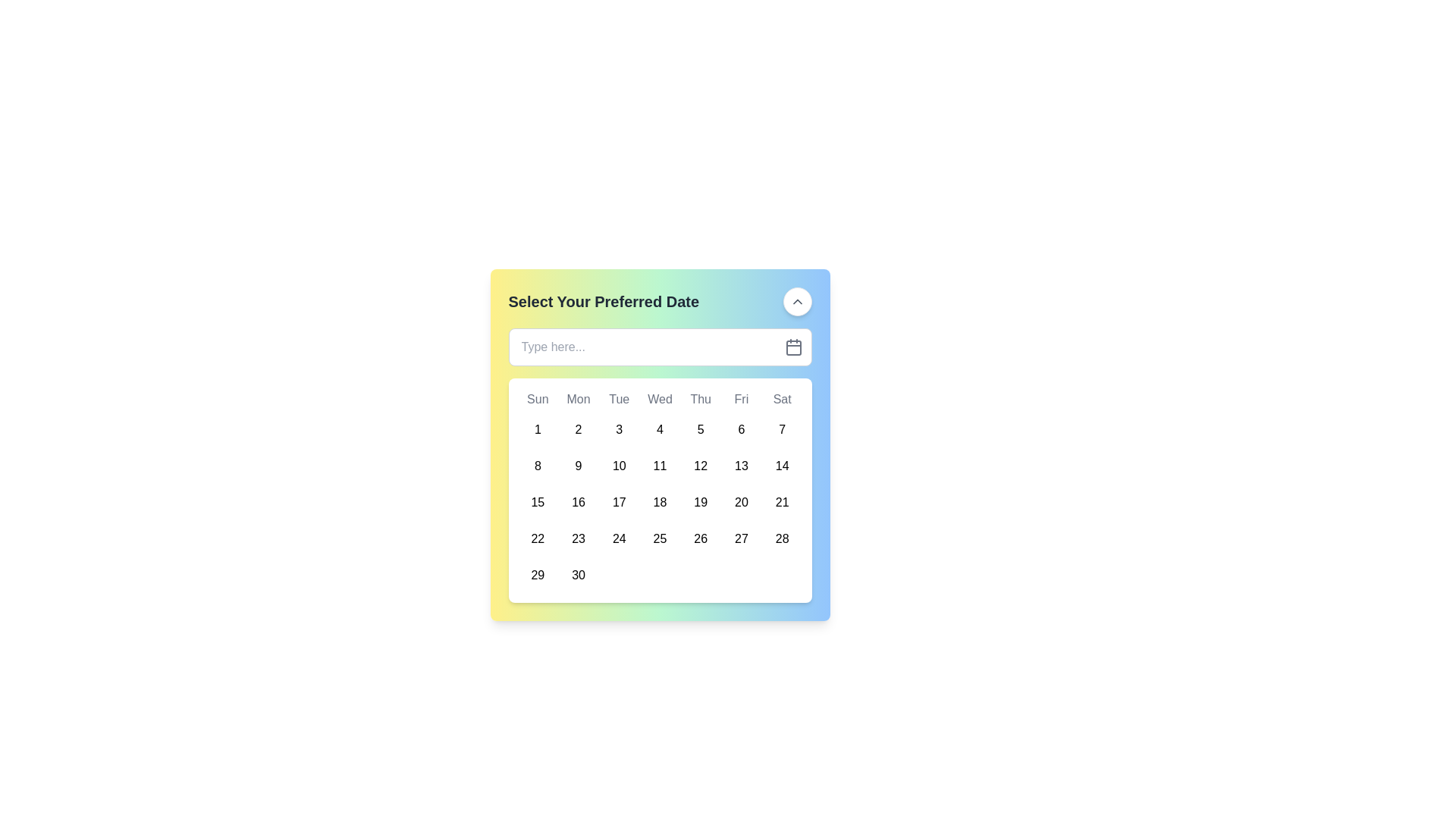 The height and width of the screenshot is (819, 1456). What do you see at coordinates (796, 301) in the screenshot?
I see `the small circular button with a white background and upward-pointing chevron icon, located at the top-right corner of the header section next` at bounding box center [796, 301].